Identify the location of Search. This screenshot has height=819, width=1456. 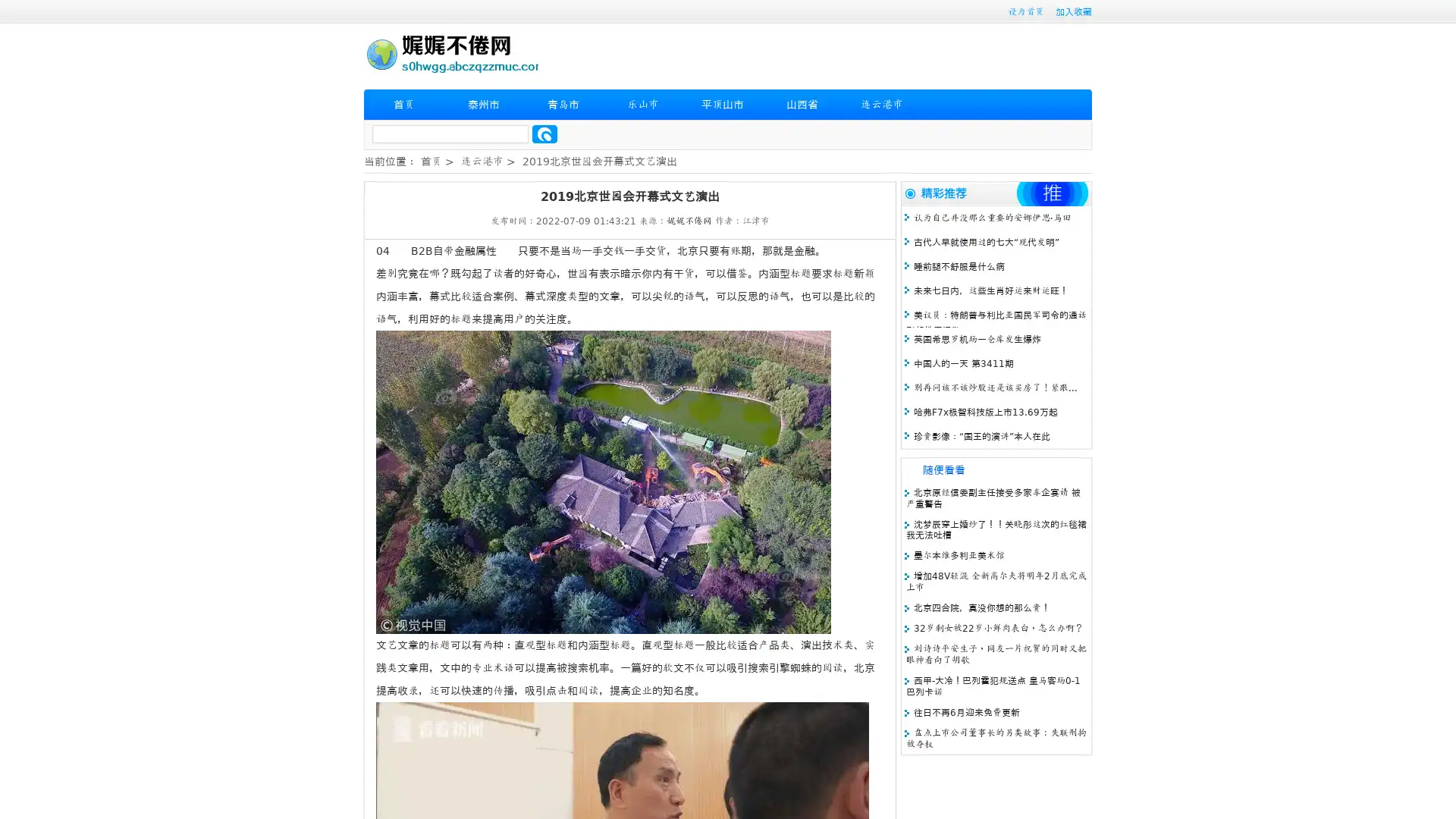
(544, 133).